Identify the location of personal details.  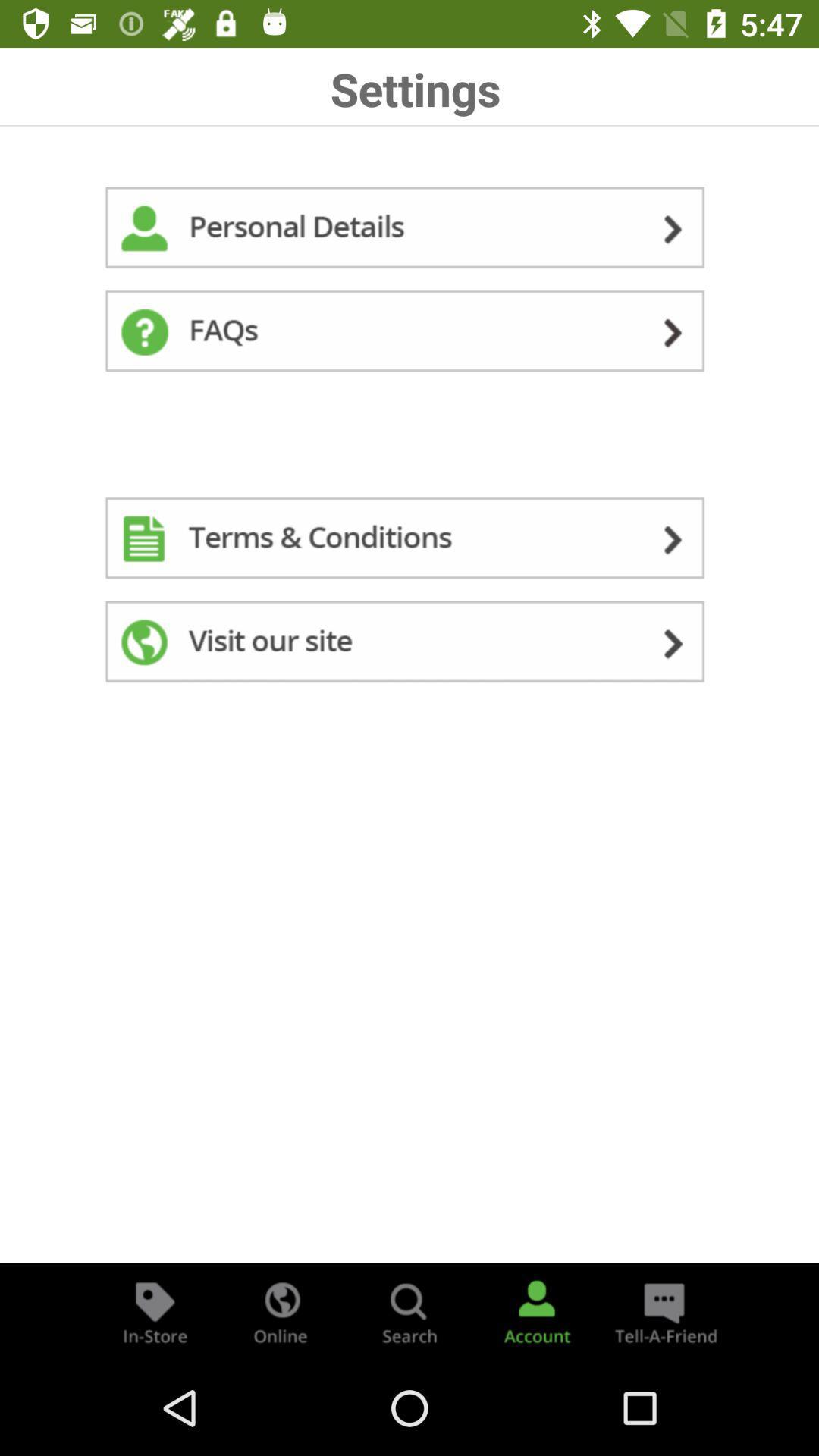
(409, 230).